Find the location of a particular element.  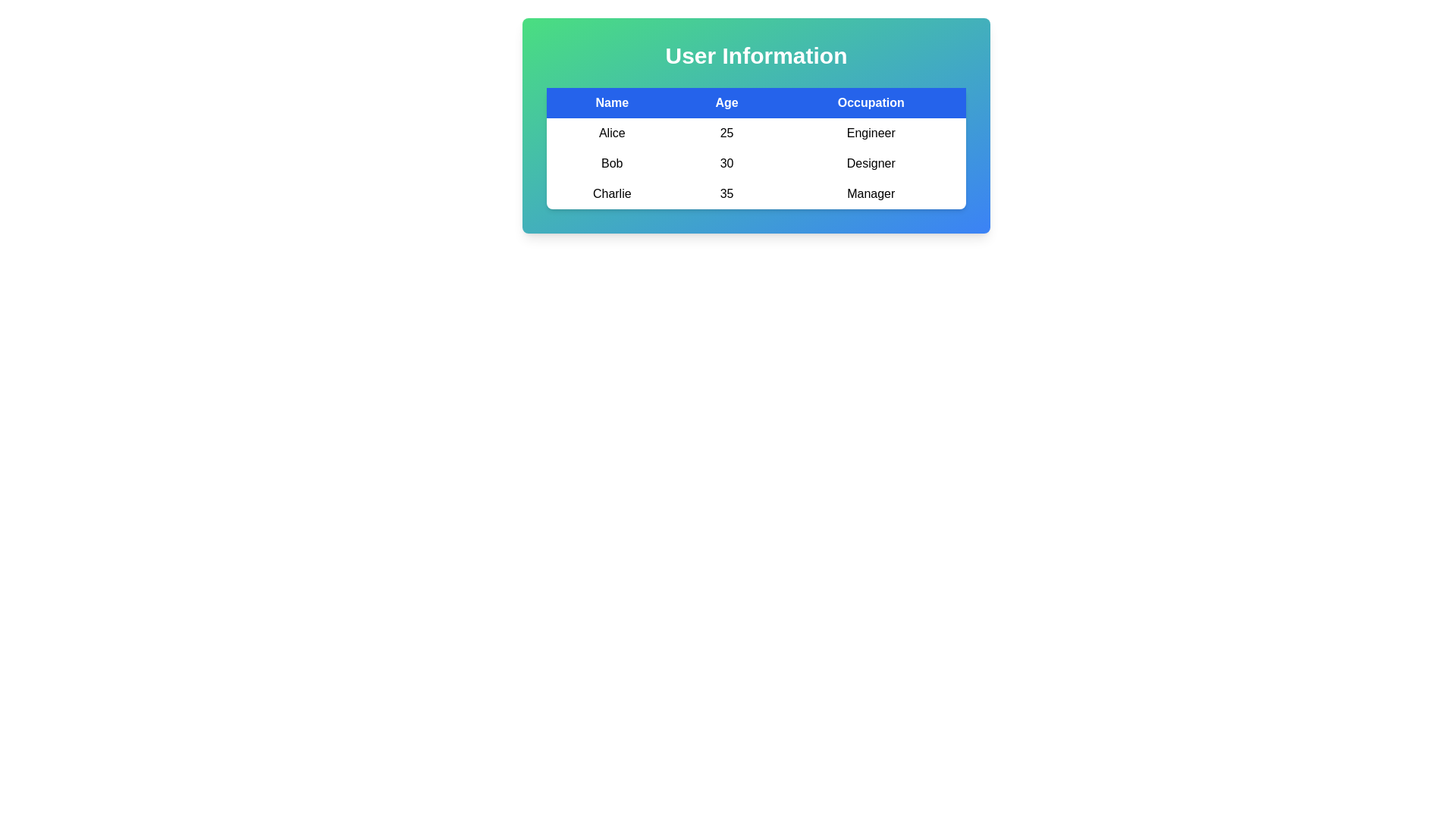

the table row containing user information for 'Charlie', who is 35 years old and a 'Manager' is located at coordinates (756, 193).